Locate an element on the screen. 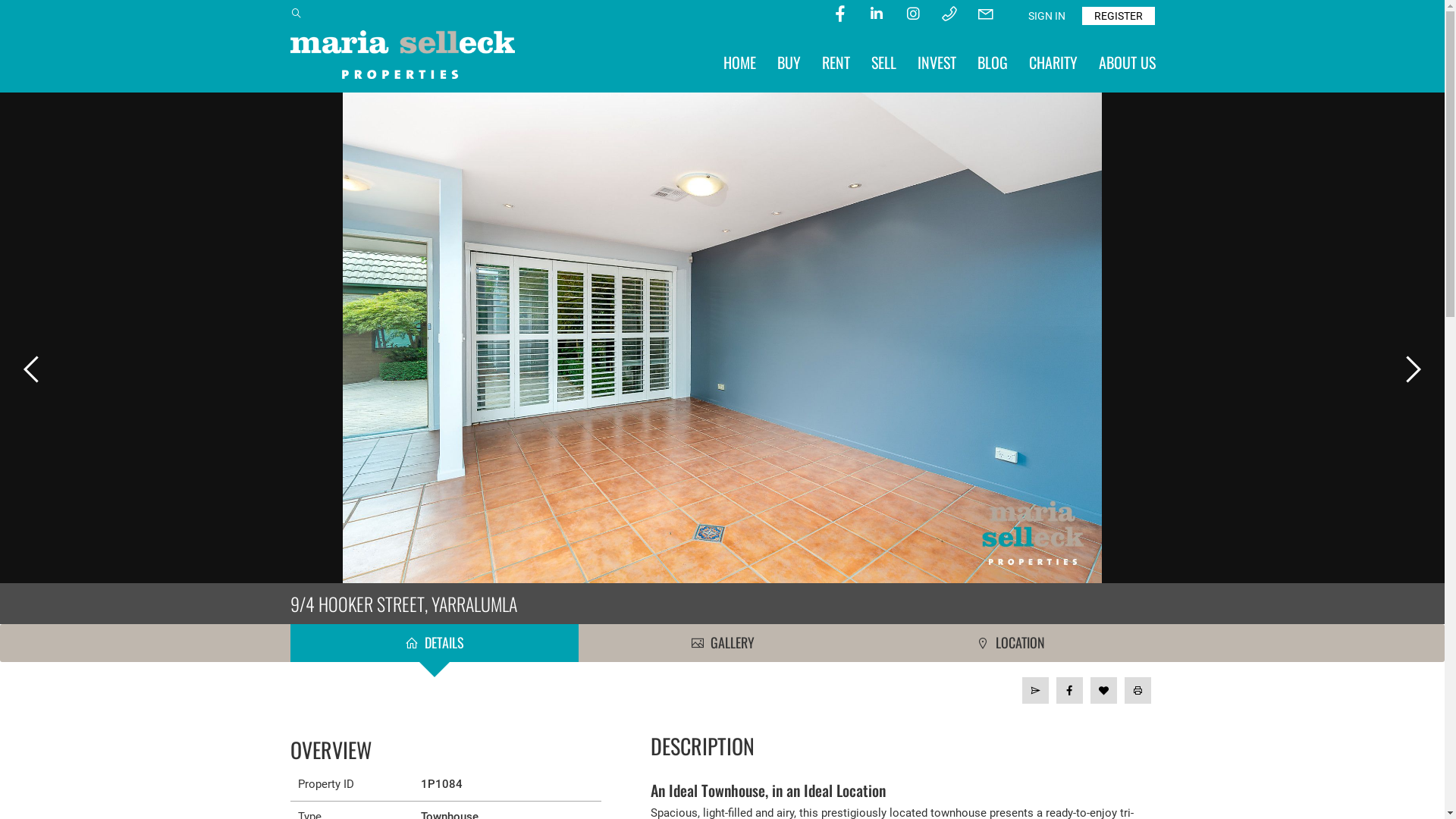 The image size is (1456, 819). 'Email to Friend' is located at coordinates (1022, 690).